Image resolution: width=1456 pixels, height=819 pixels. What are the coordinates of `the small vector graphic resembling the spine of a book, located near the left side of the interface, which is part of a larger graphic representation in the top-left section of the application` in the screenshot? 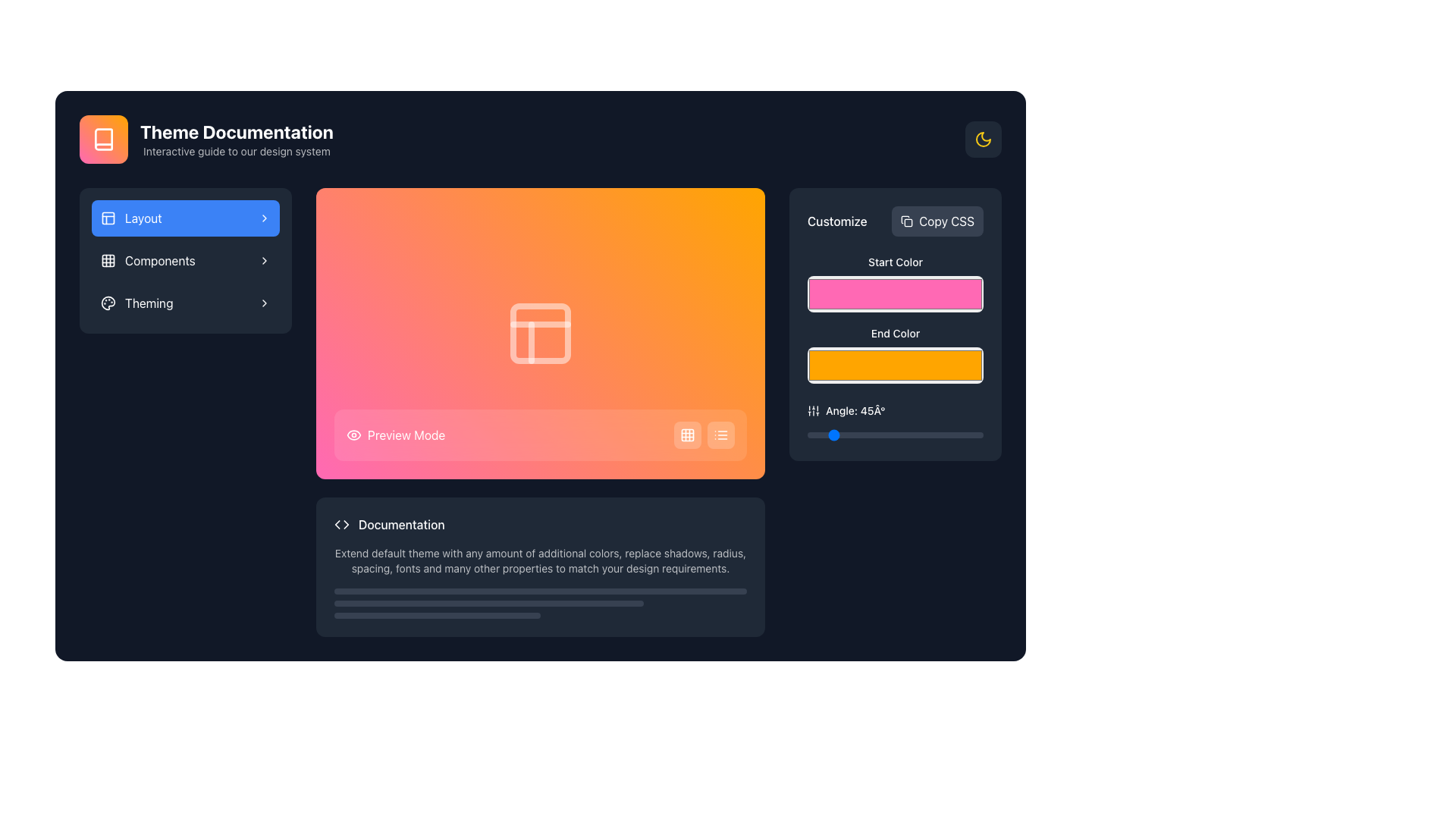 It's located at (103, 140).